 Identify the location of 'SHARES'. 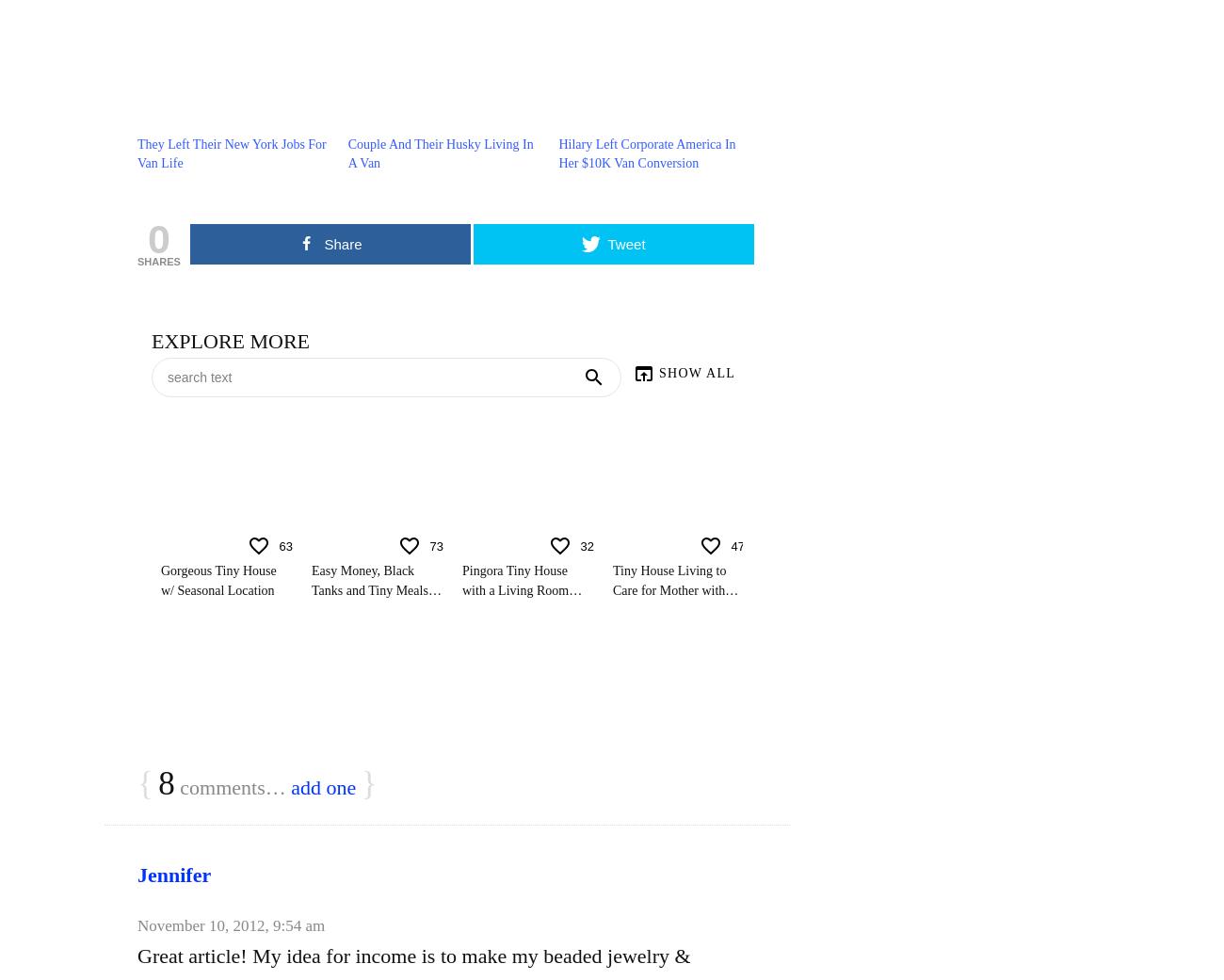
(158, 261).